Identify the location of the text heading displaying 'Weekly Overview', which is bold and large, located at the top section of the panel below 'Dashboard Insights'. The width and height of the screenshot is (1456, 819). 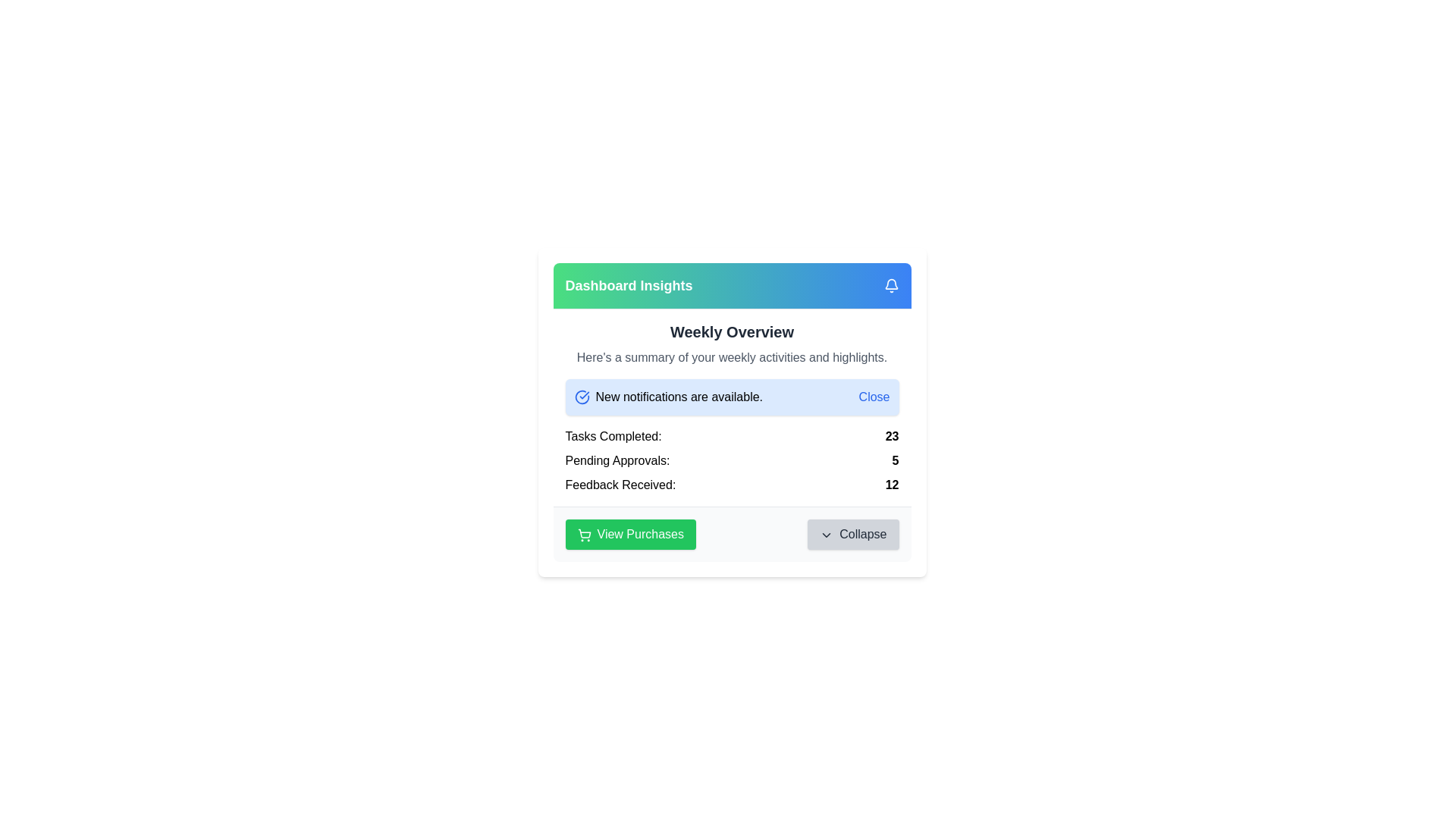
(732, 331).